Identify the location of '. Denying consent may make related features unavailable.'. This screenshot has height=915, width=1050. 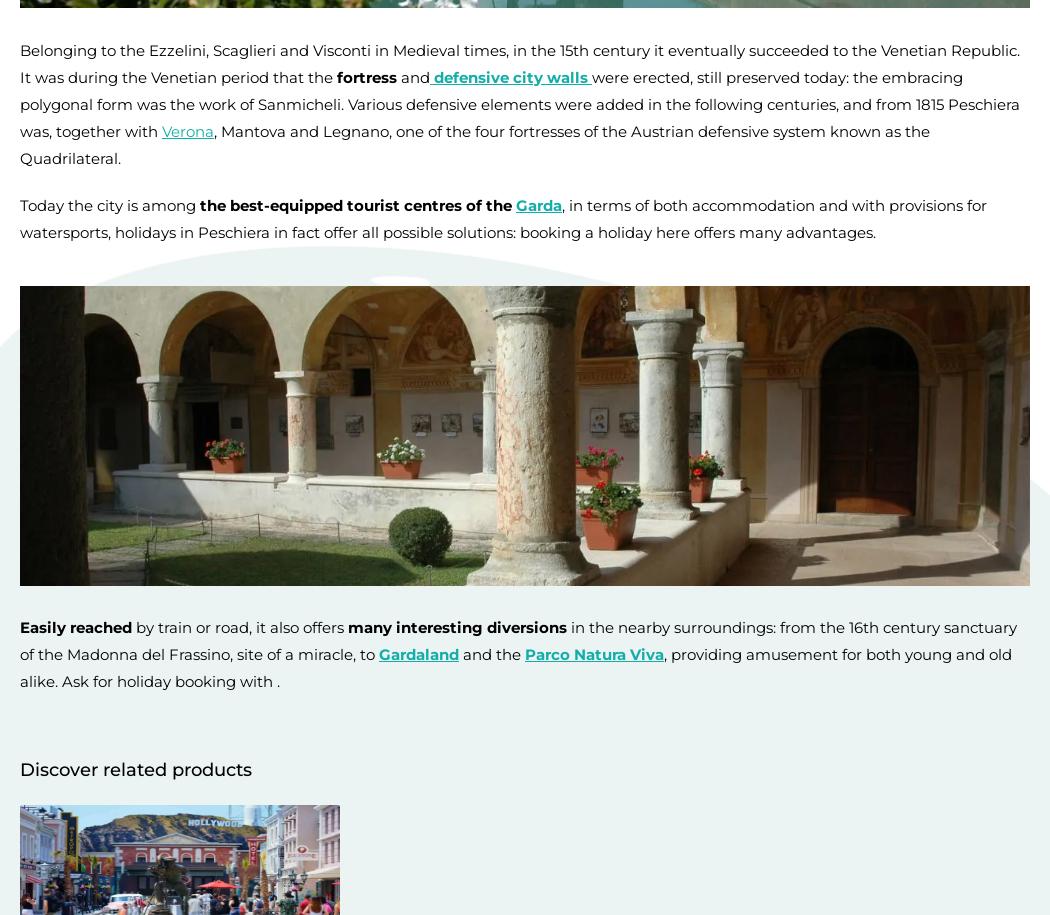
(499, 873).